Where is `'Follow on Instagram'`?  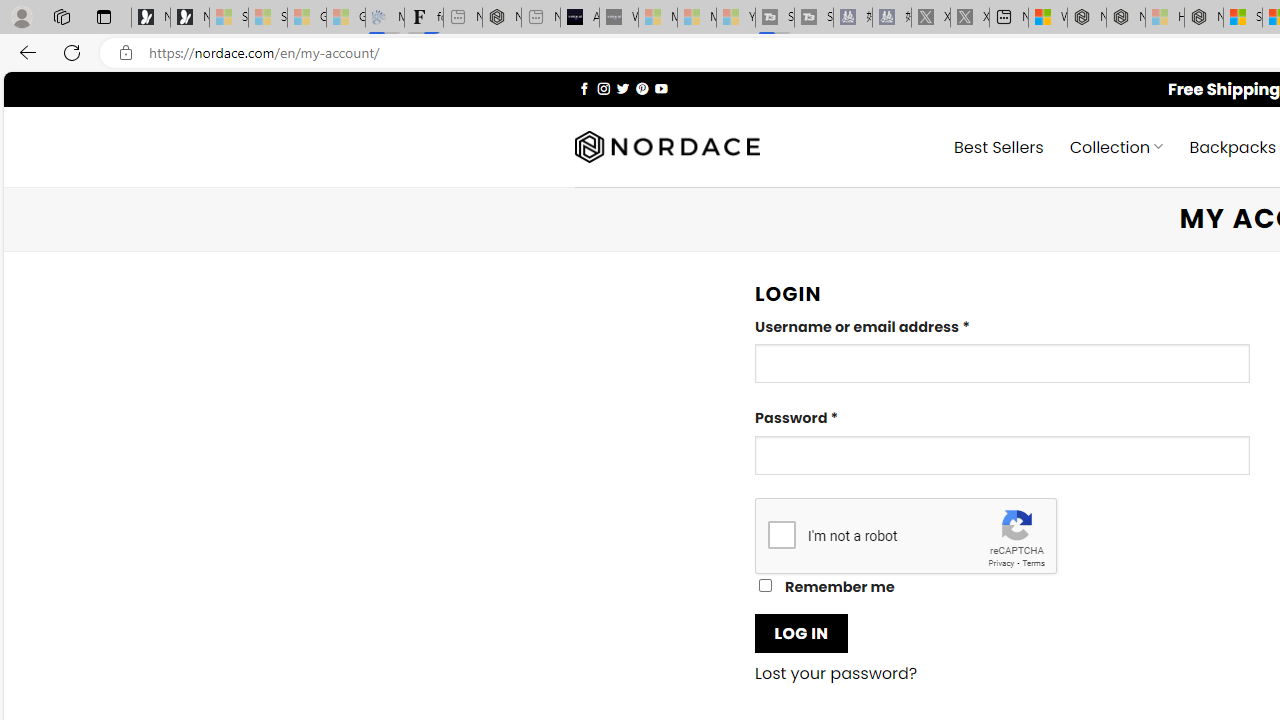 'Follow on Instagram' is located at coordinates (602, 87).